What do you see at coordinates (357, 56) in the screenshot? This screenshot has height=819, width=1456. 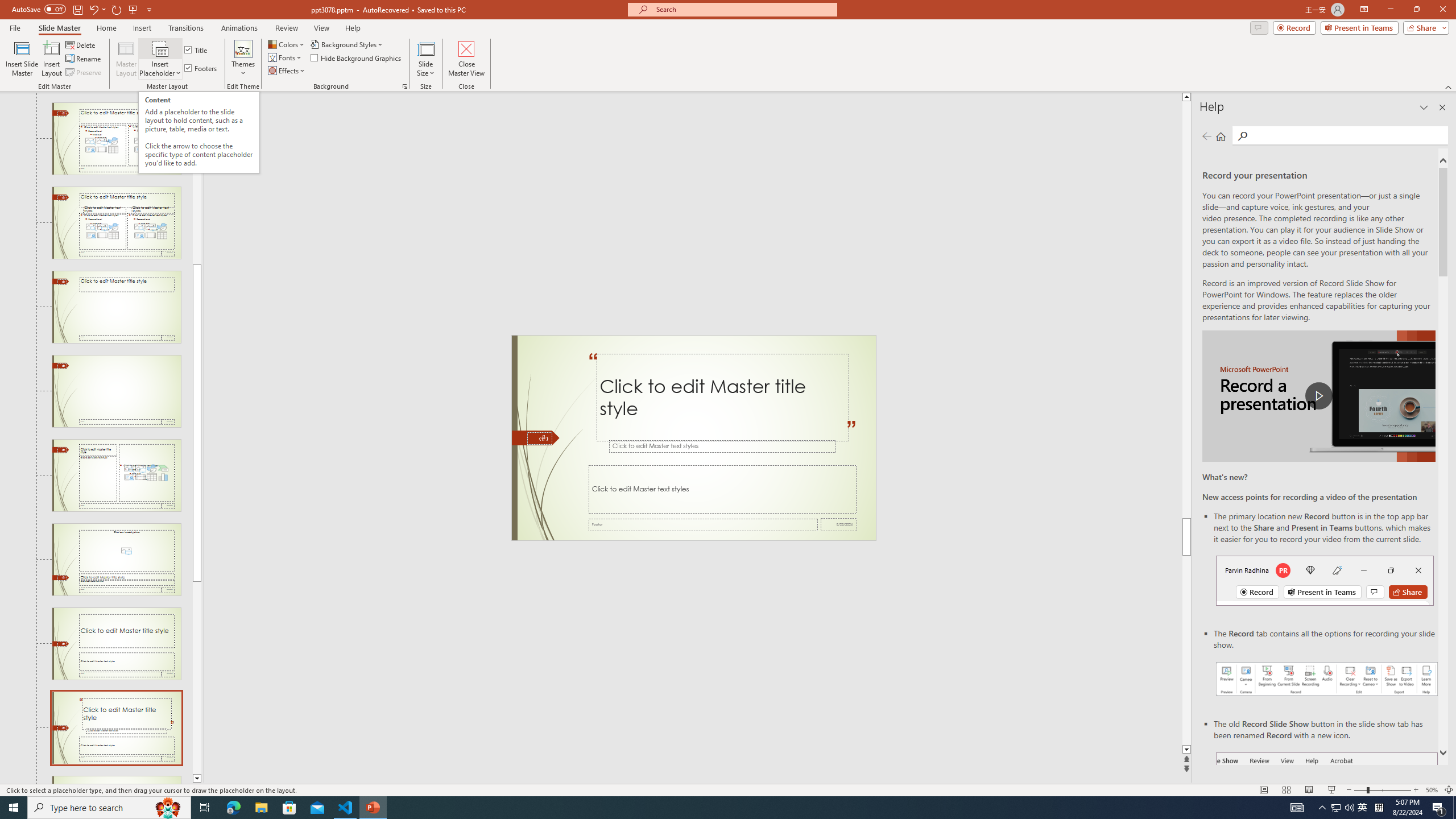 I see `'Hide Background Graphics'` at bounding box center [357, 56].